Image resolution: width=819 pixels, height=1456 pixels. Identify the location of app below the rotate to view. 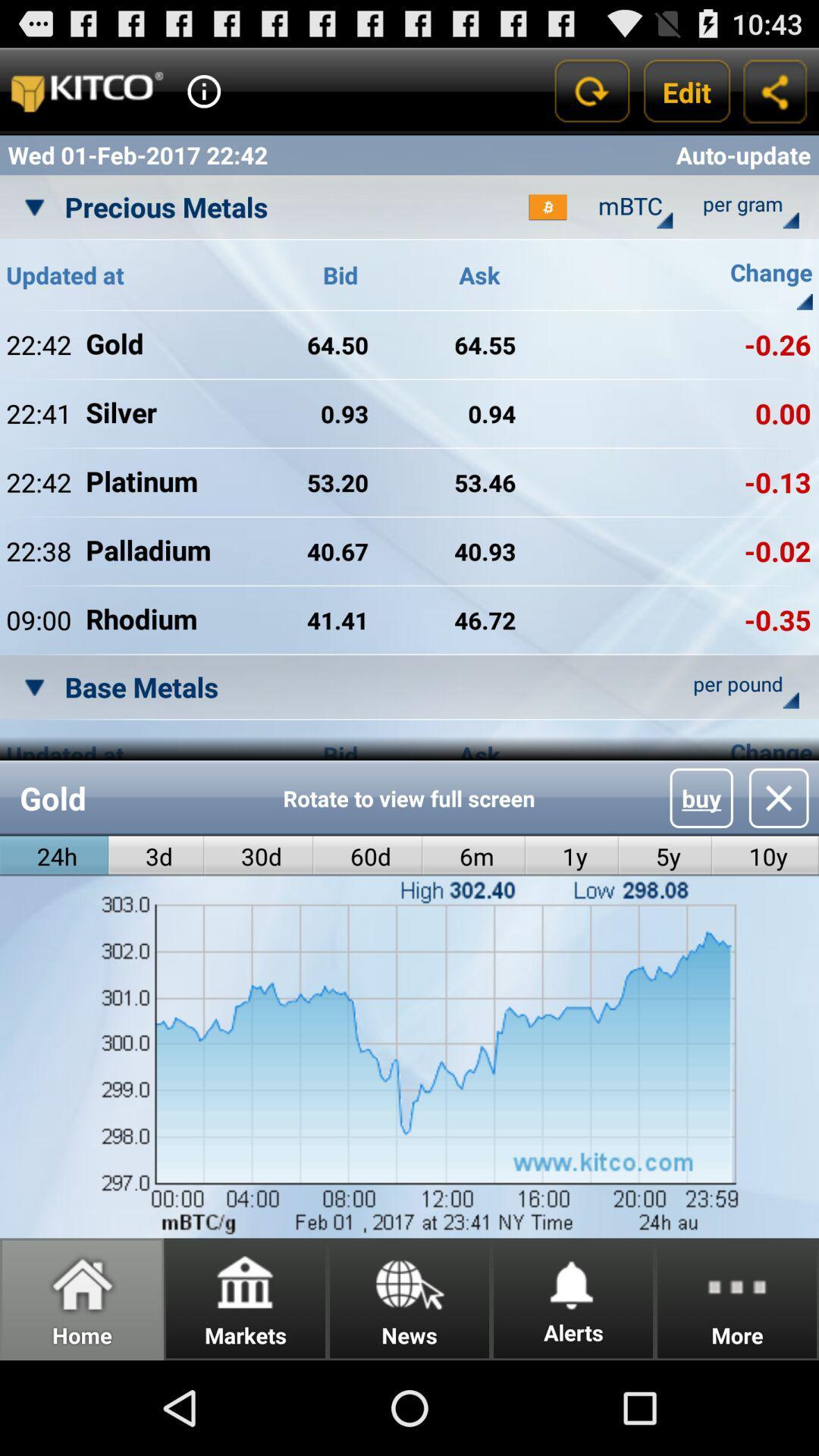
(473, 856).